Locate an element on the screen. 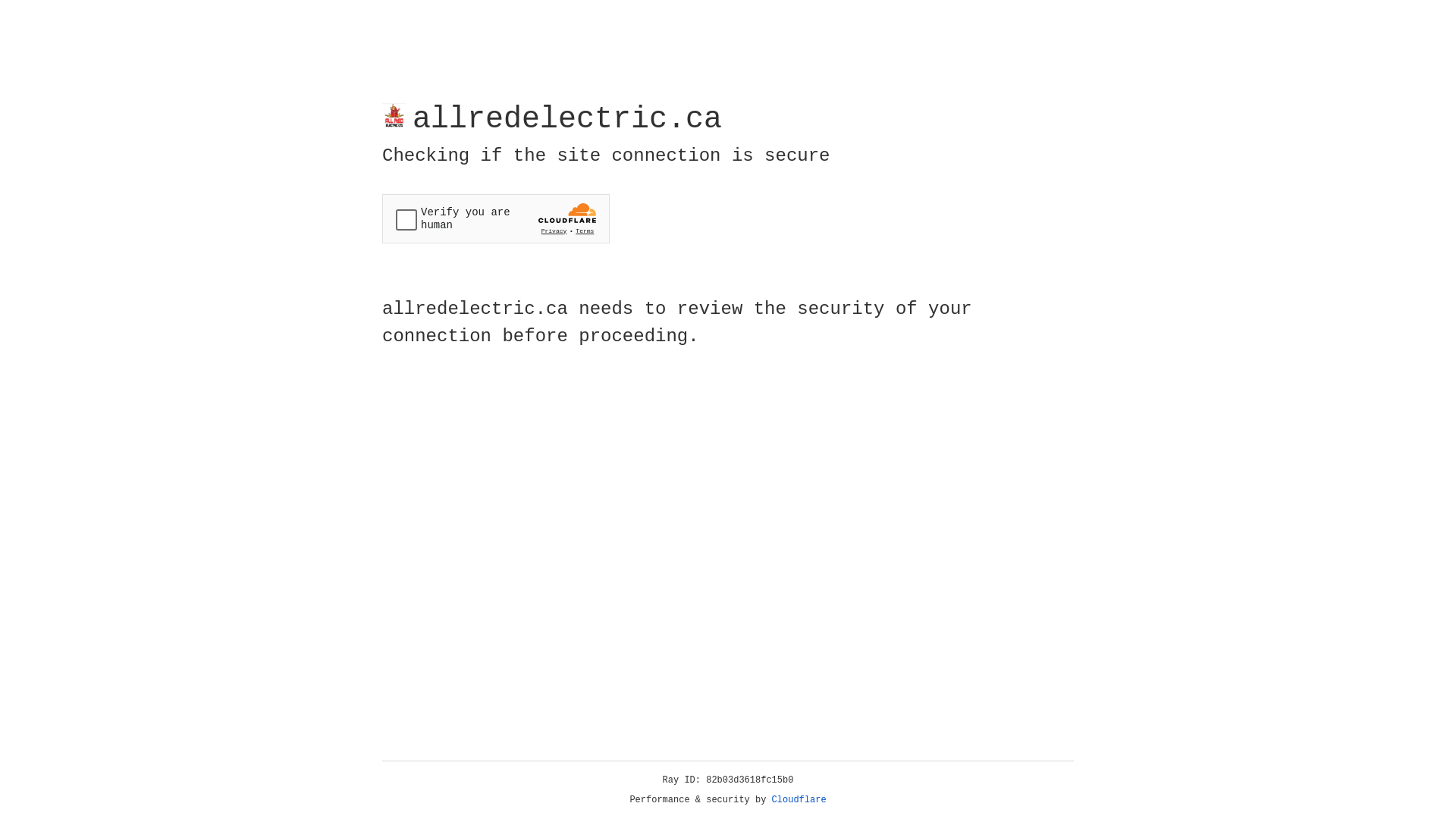  'Widget containing a Cloudflare security challenge' is located at coordinates (495, 218).